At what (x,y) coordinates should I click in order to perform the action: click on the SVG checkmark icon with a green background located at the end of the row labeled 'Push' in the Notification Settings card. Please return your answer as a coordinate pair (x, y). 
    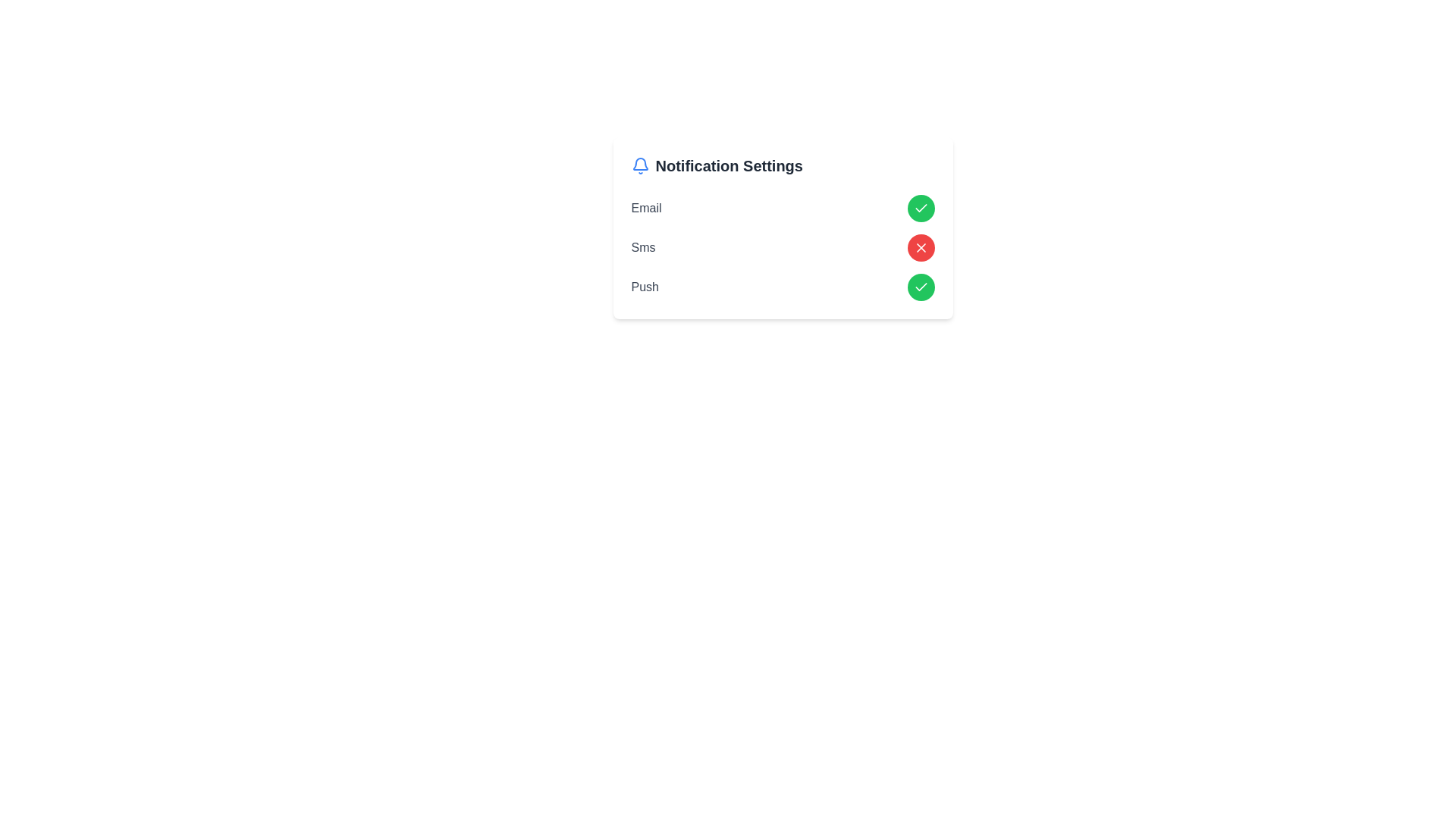
    Looking at the image, I should click on (920, 287).